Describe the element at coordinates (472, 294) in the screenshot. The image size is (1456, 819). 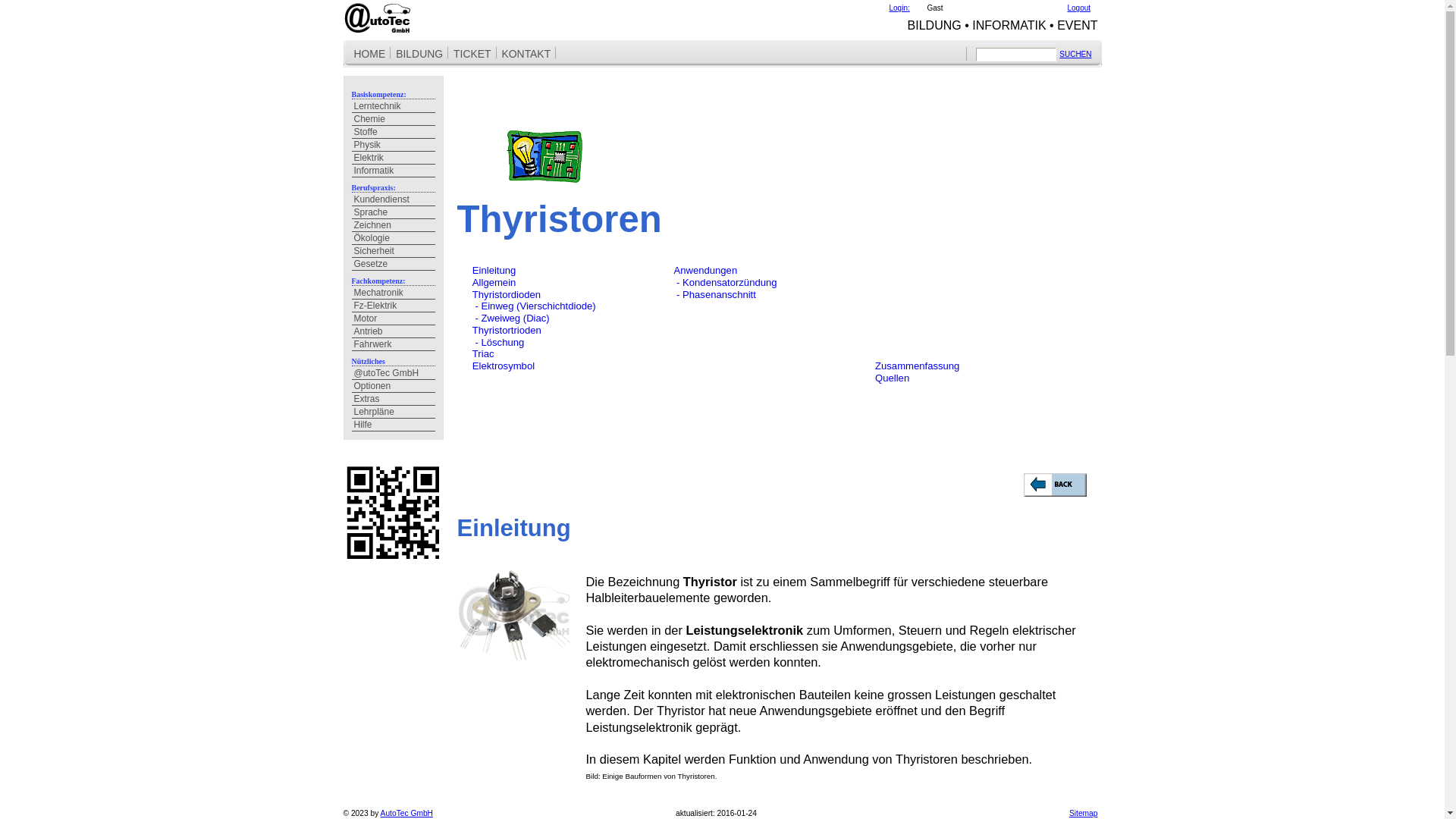
I see `'Thyristordioden'` at that location.